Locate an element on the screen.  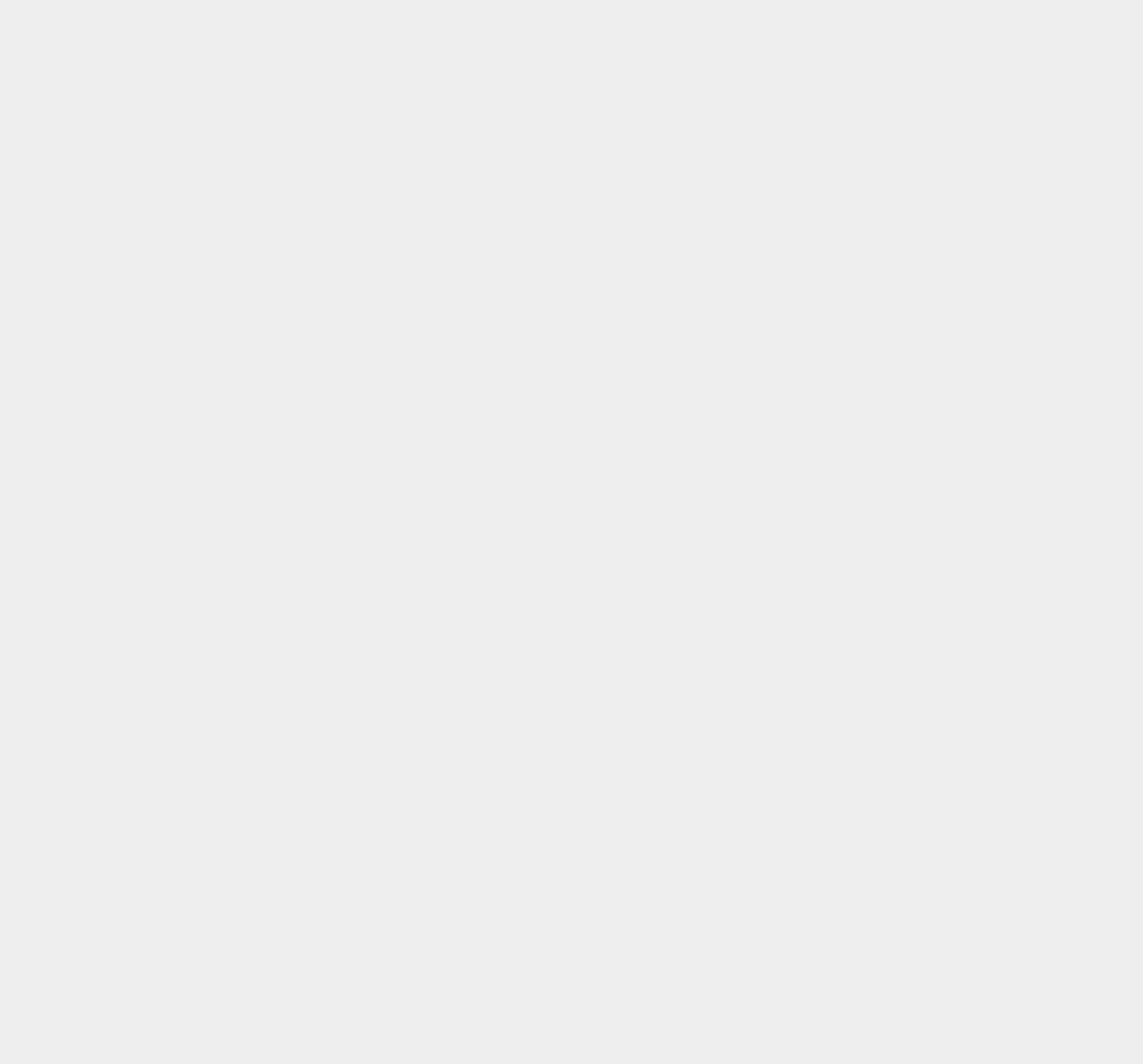
'Windows 7' is located at coordinates (840, 642).